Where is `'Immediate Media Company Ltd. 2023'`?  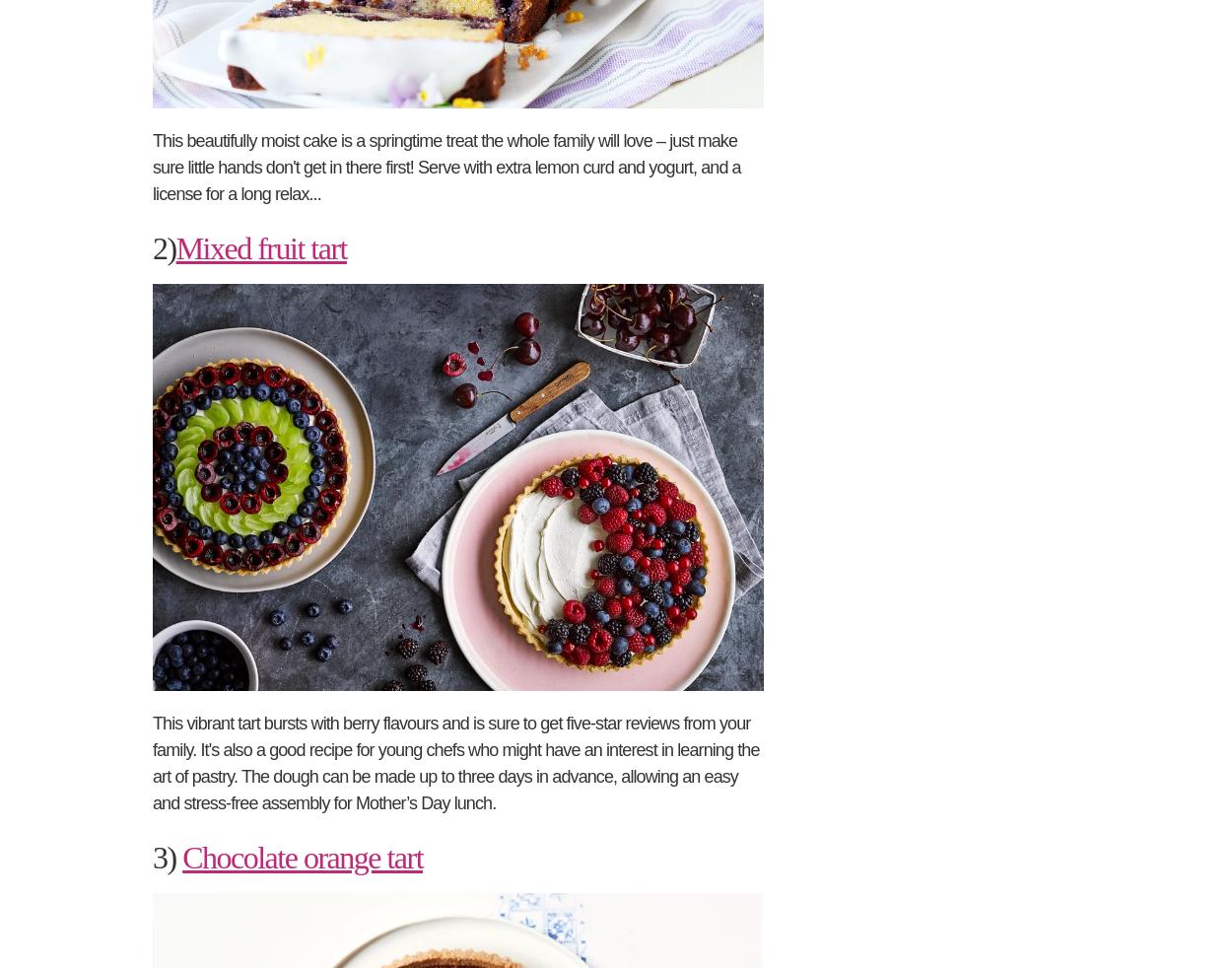
'Immediate Media Company Ltd. 2023' is located at coordinates (411, 56).